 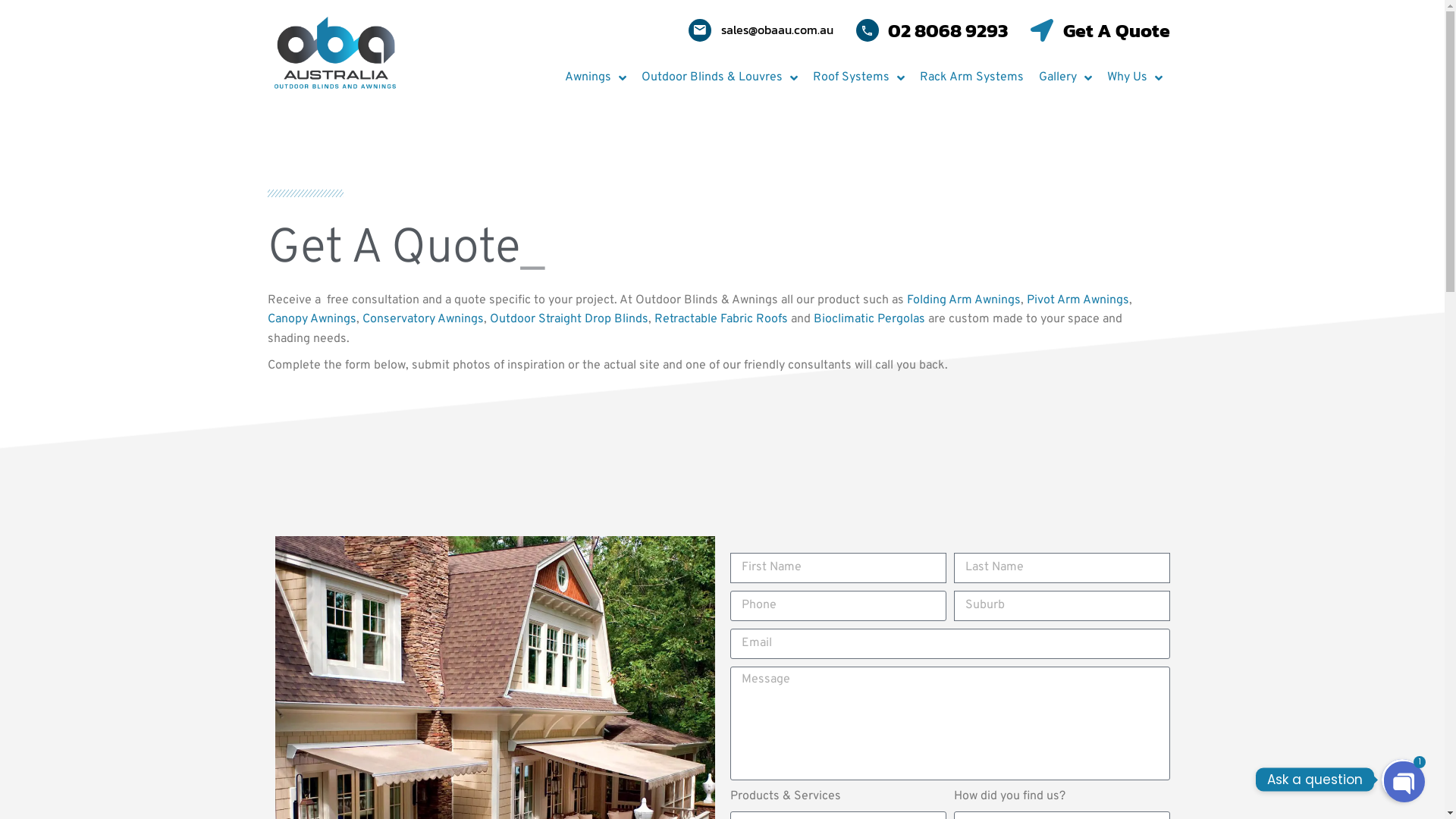 I want to click on 'Get A Quote', so click(x=1030, y=30).